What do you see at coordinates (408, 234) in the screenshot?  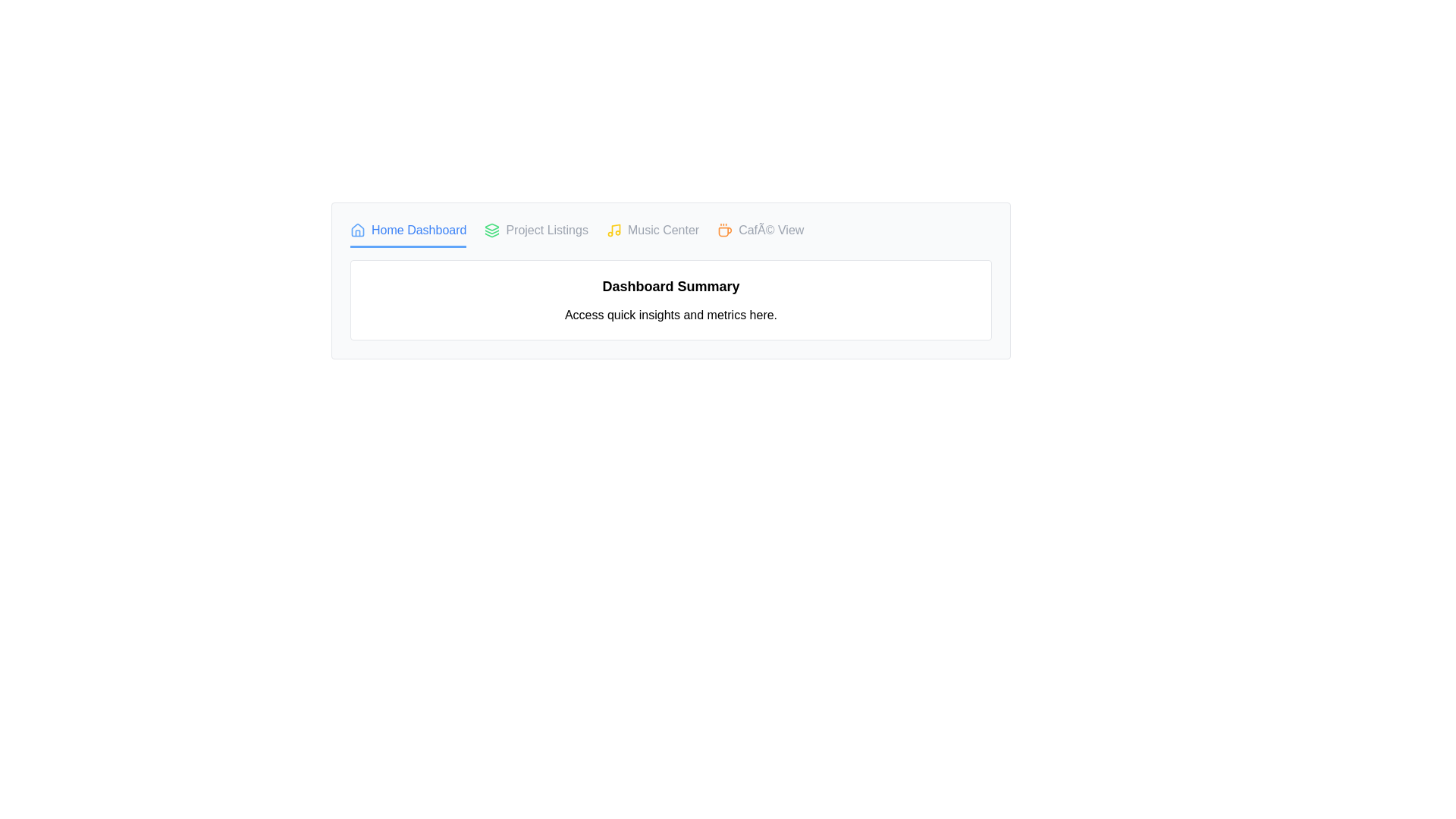 I see `the clickable navigation link that directs the user to the 'Home Dashboard' section, which is the first item in a horizontal list of navigation links` at bounding box center [408, 234].